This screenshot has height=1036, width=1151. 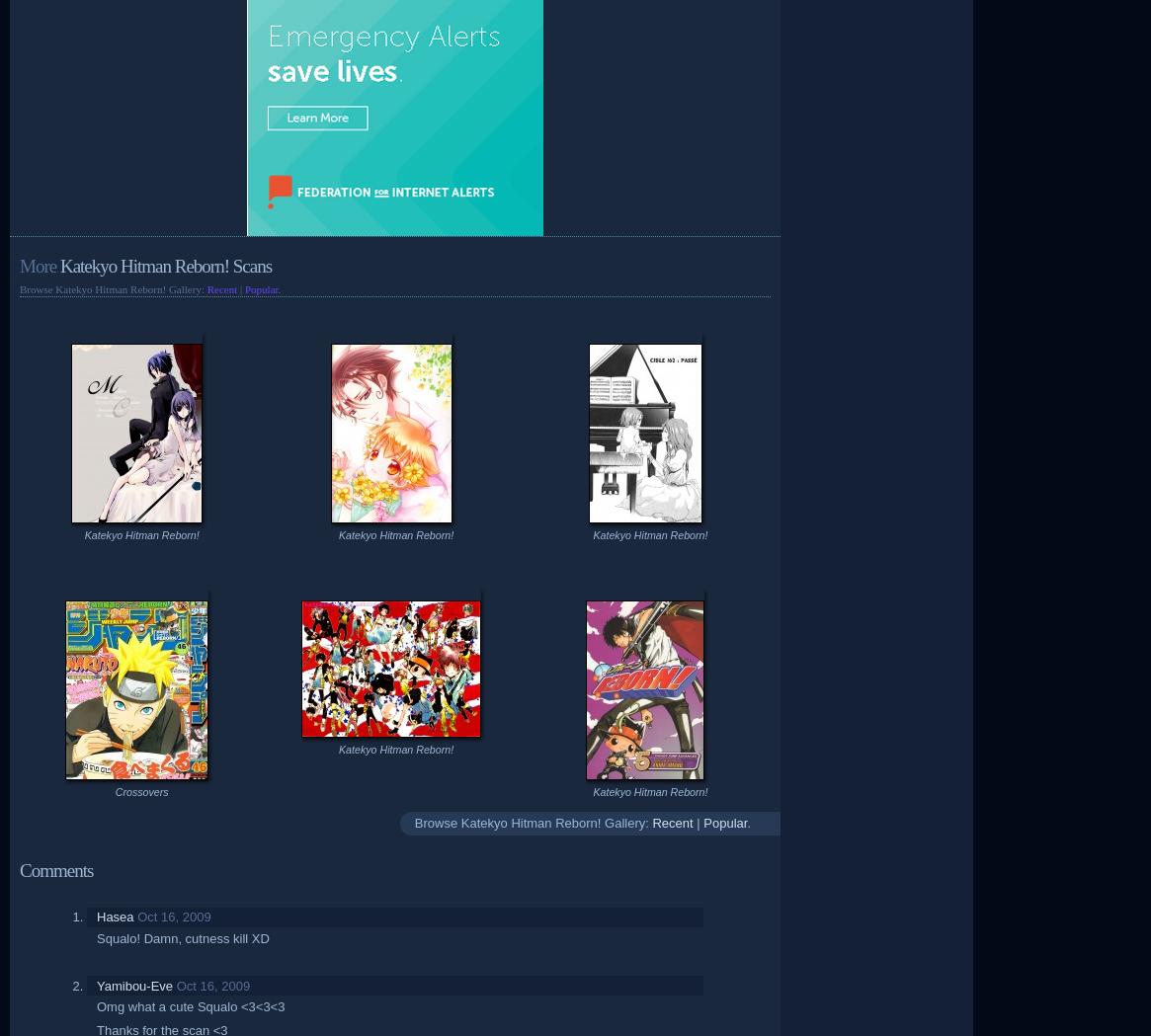 What do you see at coordinates (134, 984) in the screenshot?
I see `'Yamibou-Eve'` at bounding box center [134, 984].